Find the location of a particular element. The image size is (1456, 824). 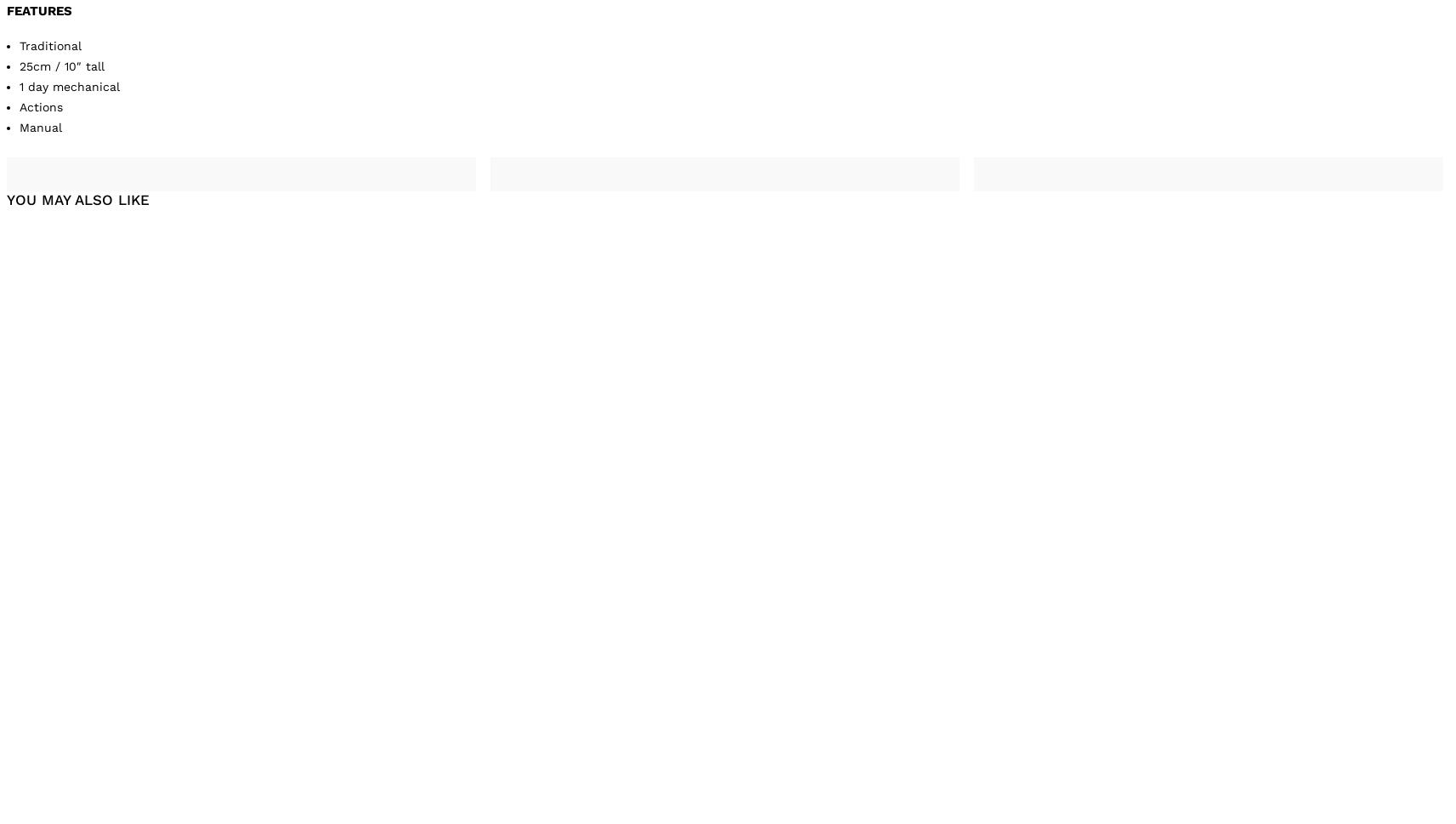

'25cm / 10″ tall' is located at coordinates (60, 65).